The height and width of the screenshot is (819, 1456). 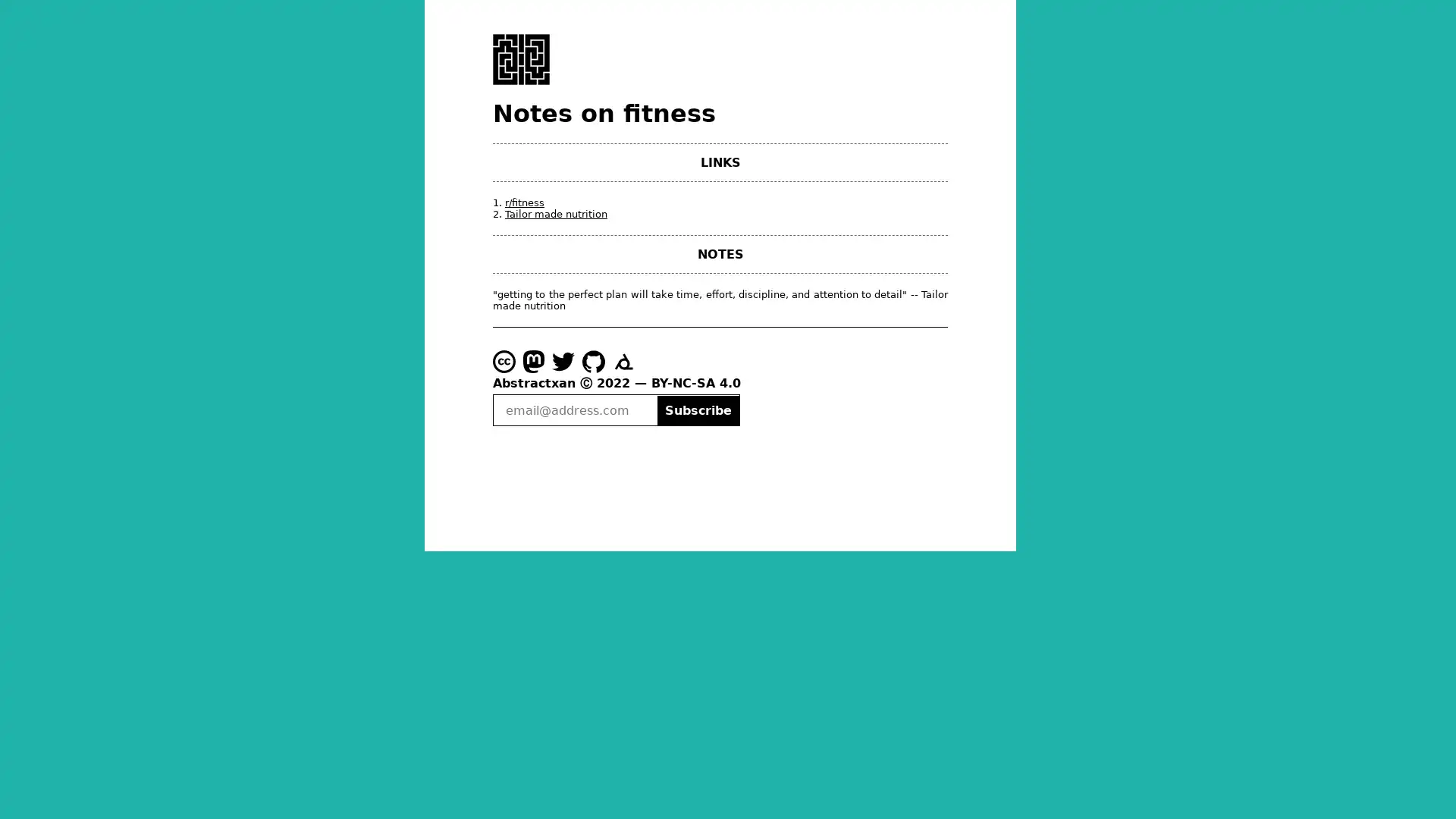 I want to click on Subscribe, so click(x=697, y=409).